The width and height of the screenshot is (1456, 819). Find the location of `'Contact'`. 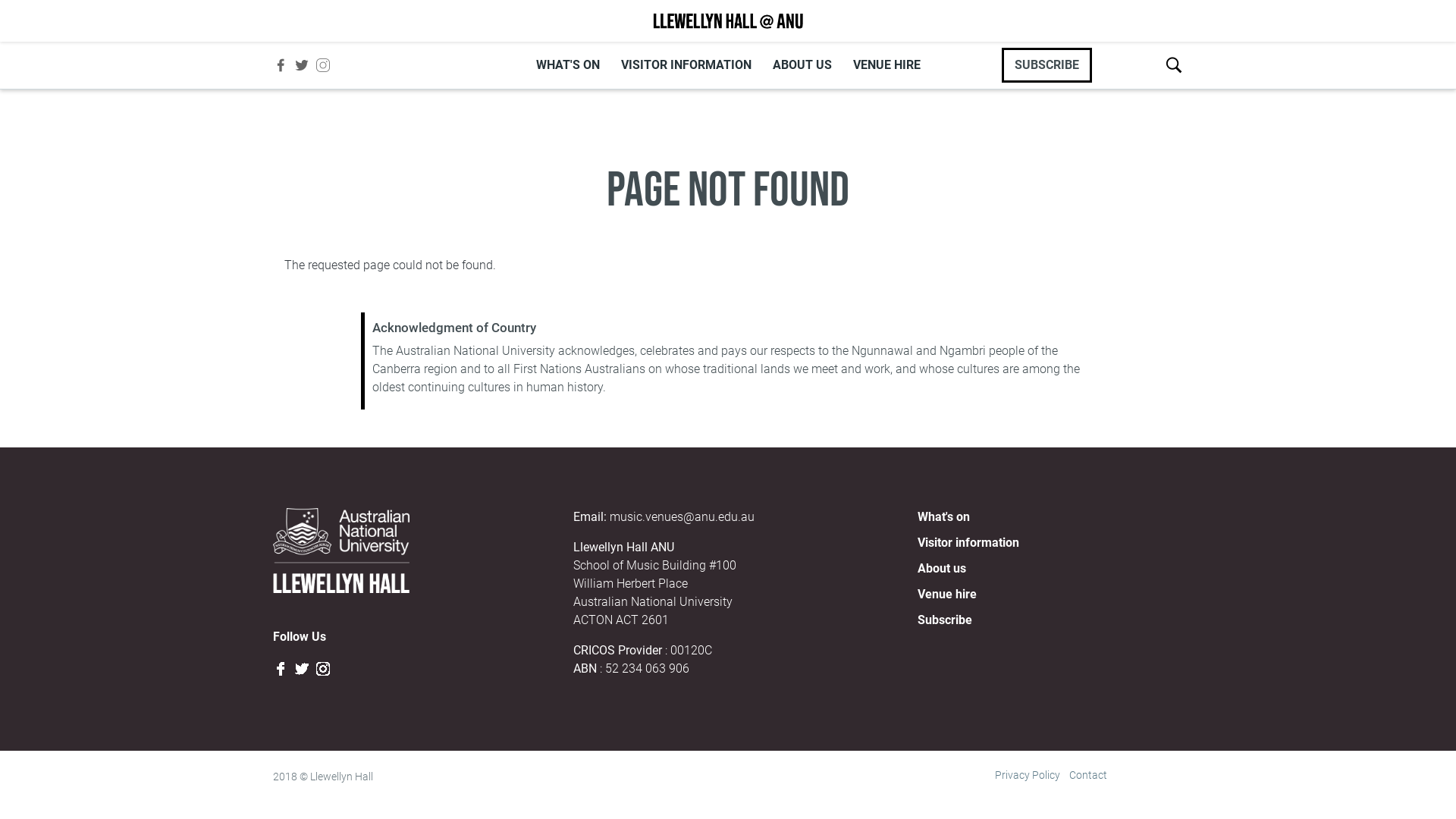

'Contact' is located at coordinates (1068, 775).